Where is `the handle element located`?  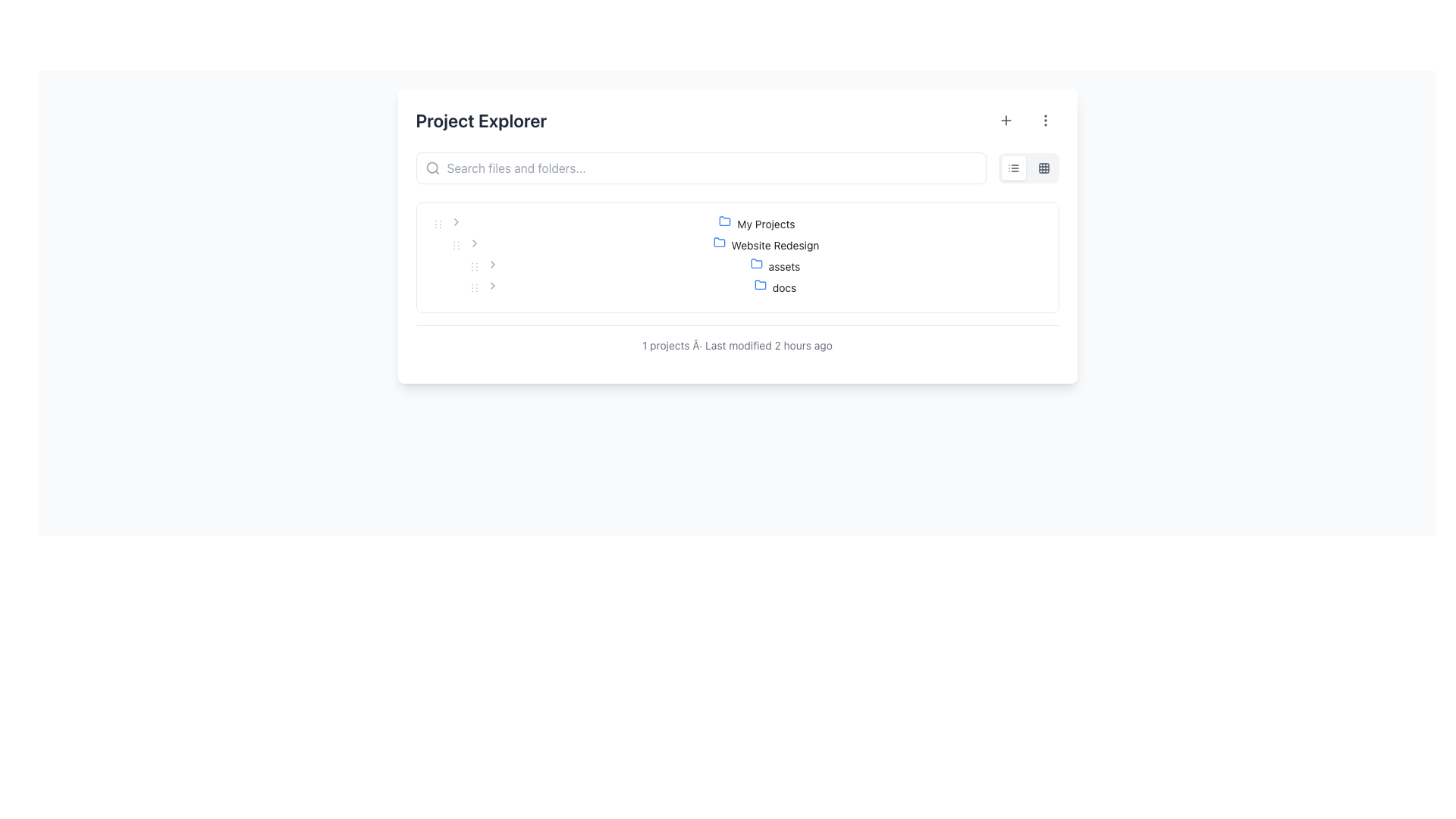
the handle element located is located at coordinates (455, 245).